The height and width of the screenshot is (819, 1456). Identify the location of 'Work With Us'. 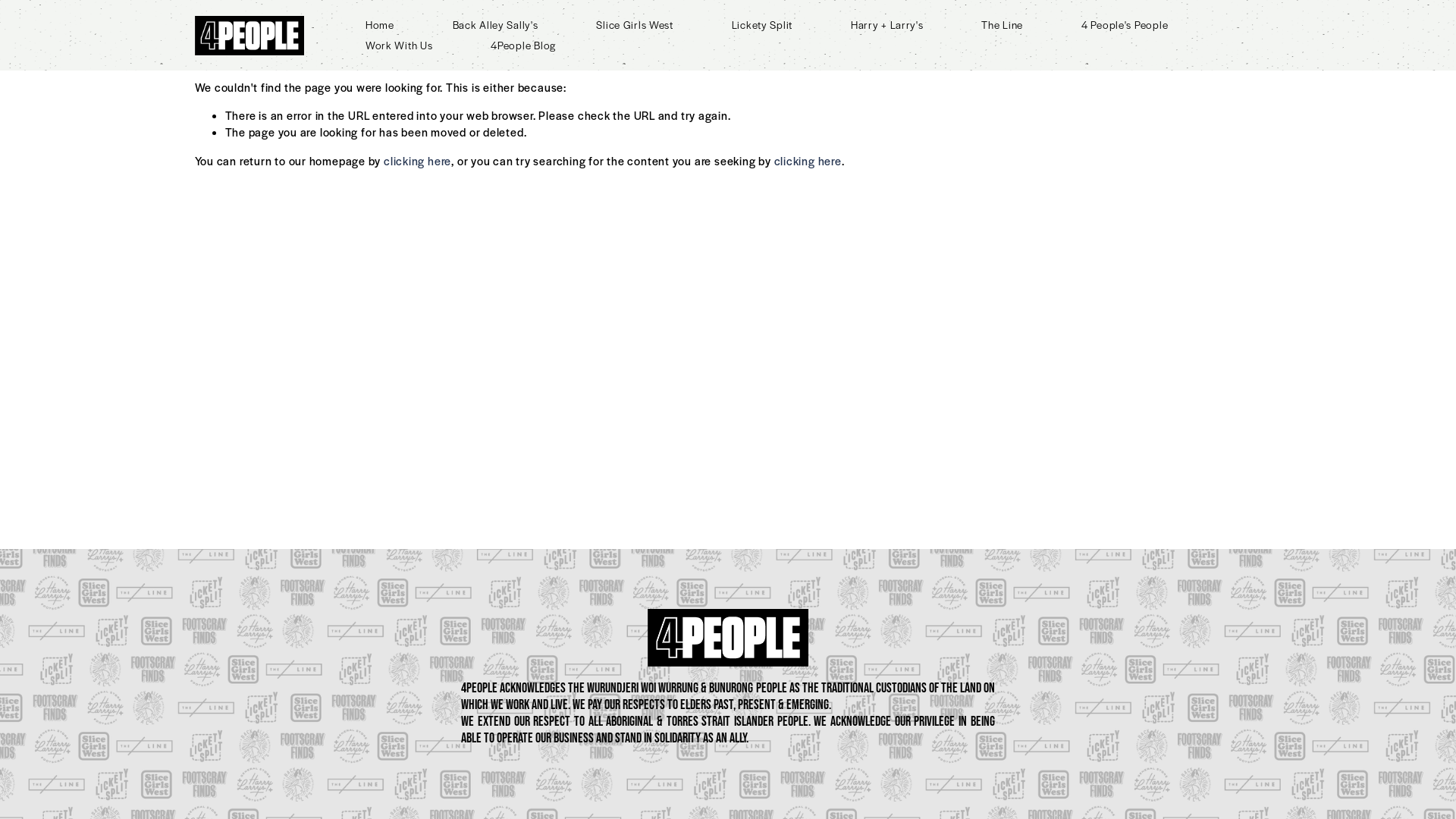
(399, 45).